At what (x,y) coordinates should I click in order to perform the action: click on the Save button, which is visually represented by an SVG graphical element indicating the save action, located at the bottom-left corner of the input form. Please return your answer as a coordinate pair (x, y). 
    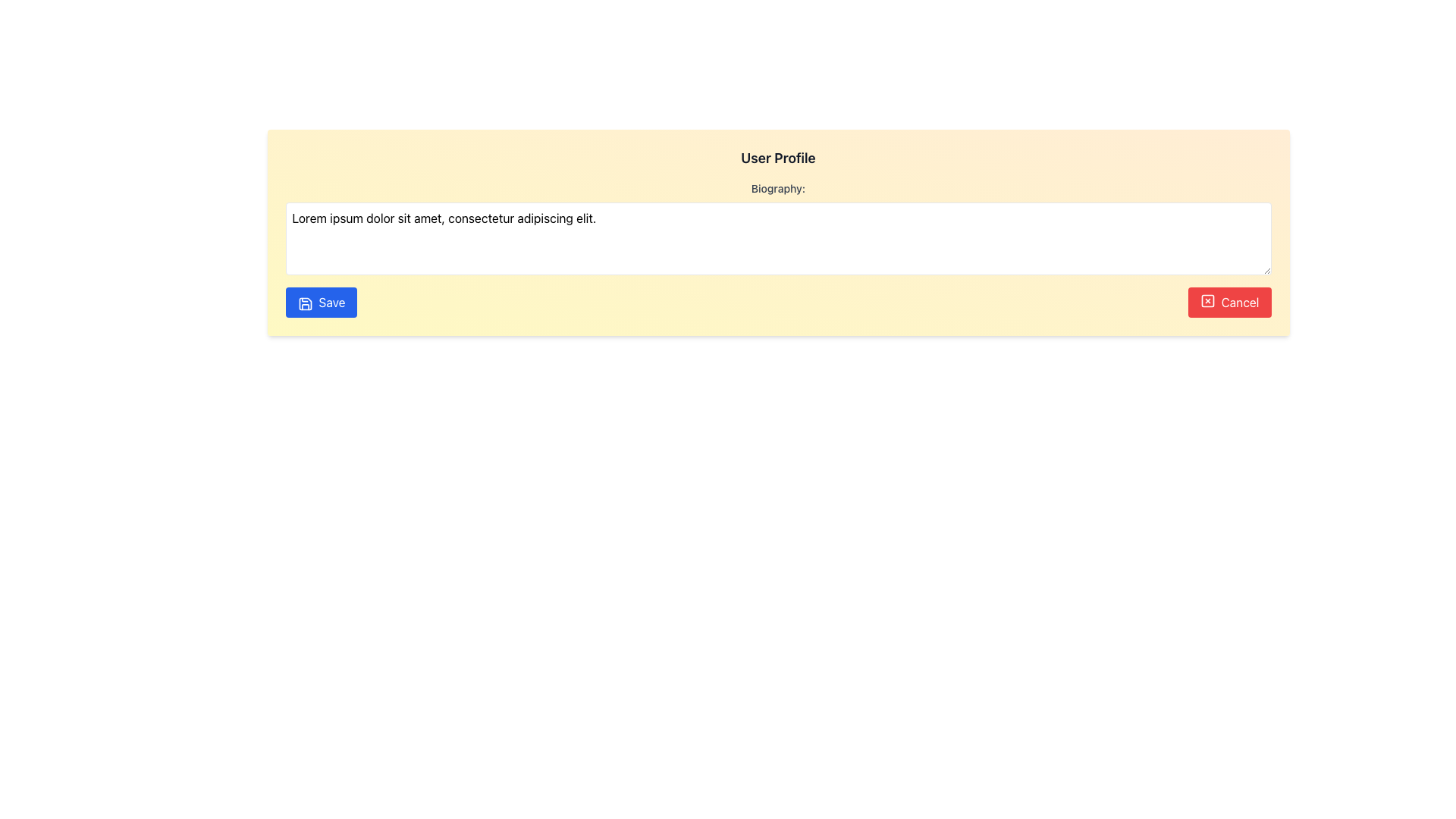
    Looking at the image, I should click on (304, 303).